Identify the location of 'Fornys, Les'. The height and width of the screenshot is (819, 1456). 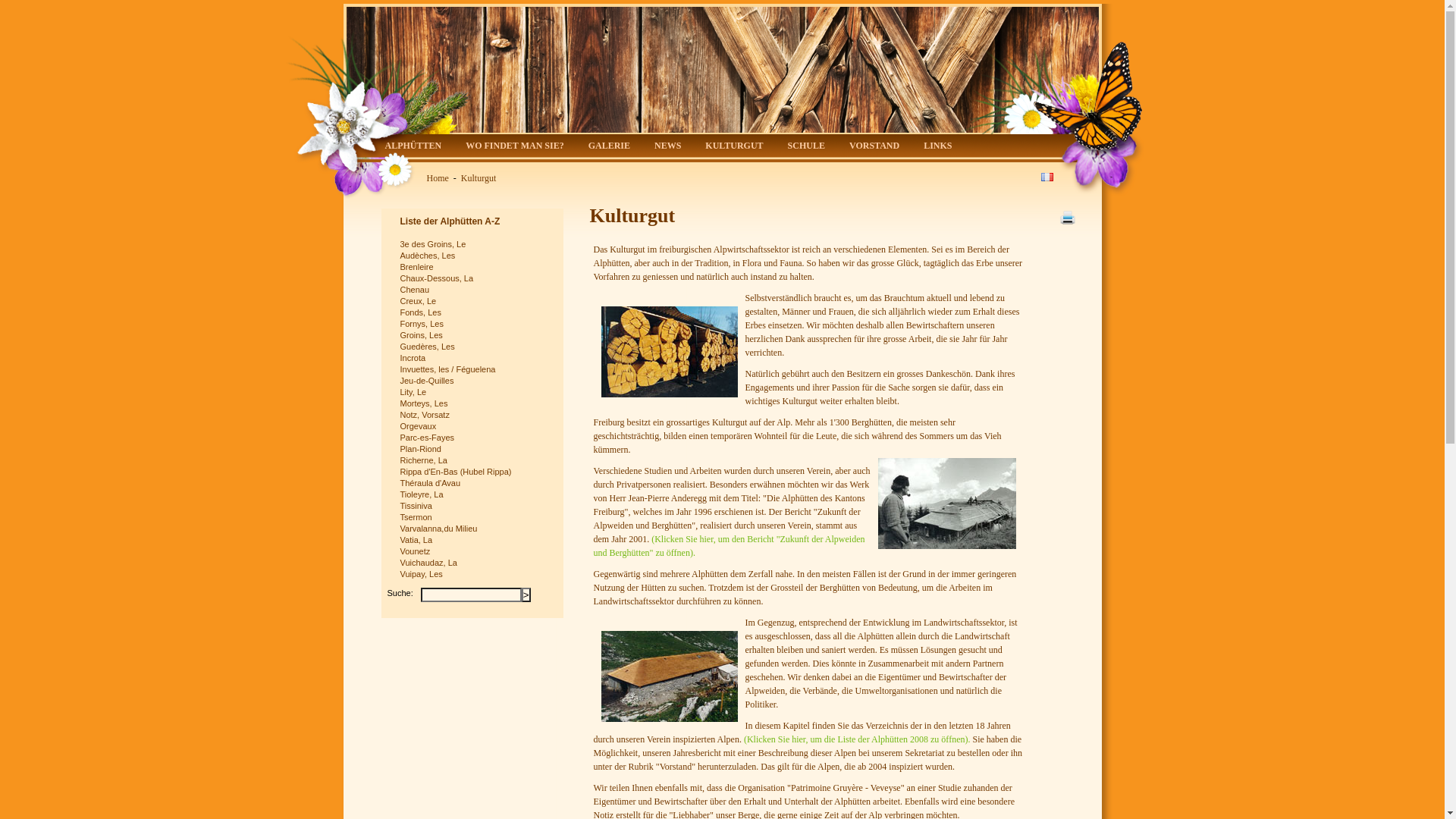
(400, 323).